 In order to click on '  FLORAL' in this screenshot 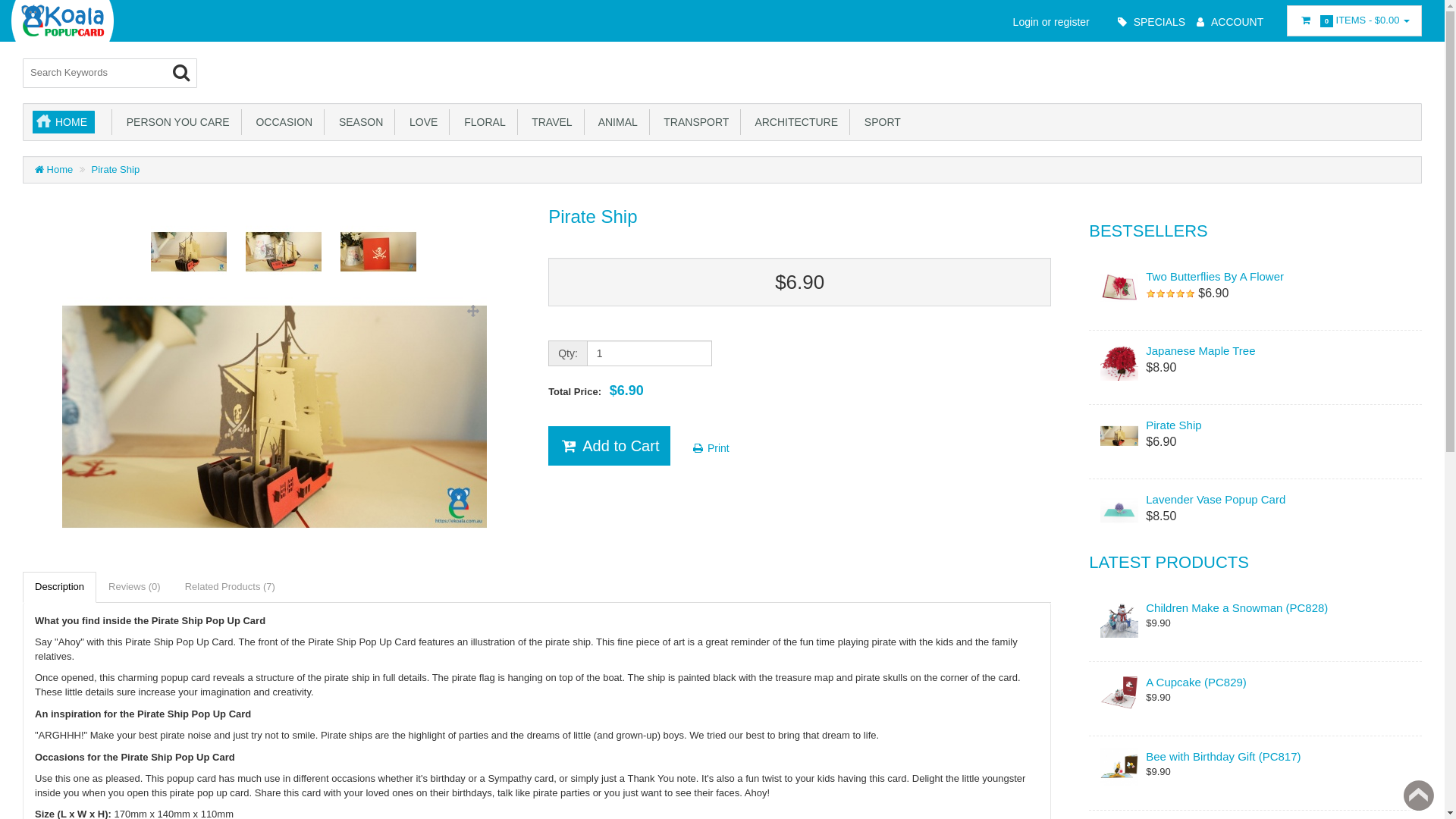, I will do `click(482, 121)`.